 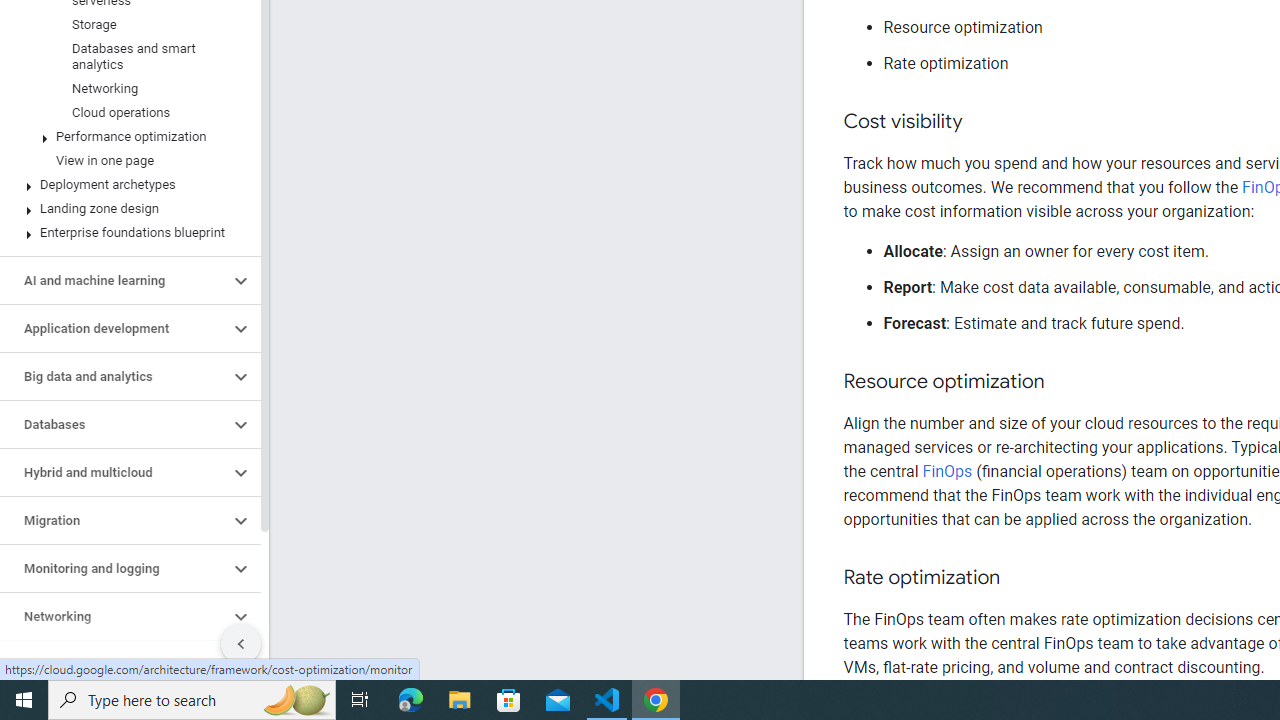 I want to click on 'FinOps', so click(x=946, y=471).